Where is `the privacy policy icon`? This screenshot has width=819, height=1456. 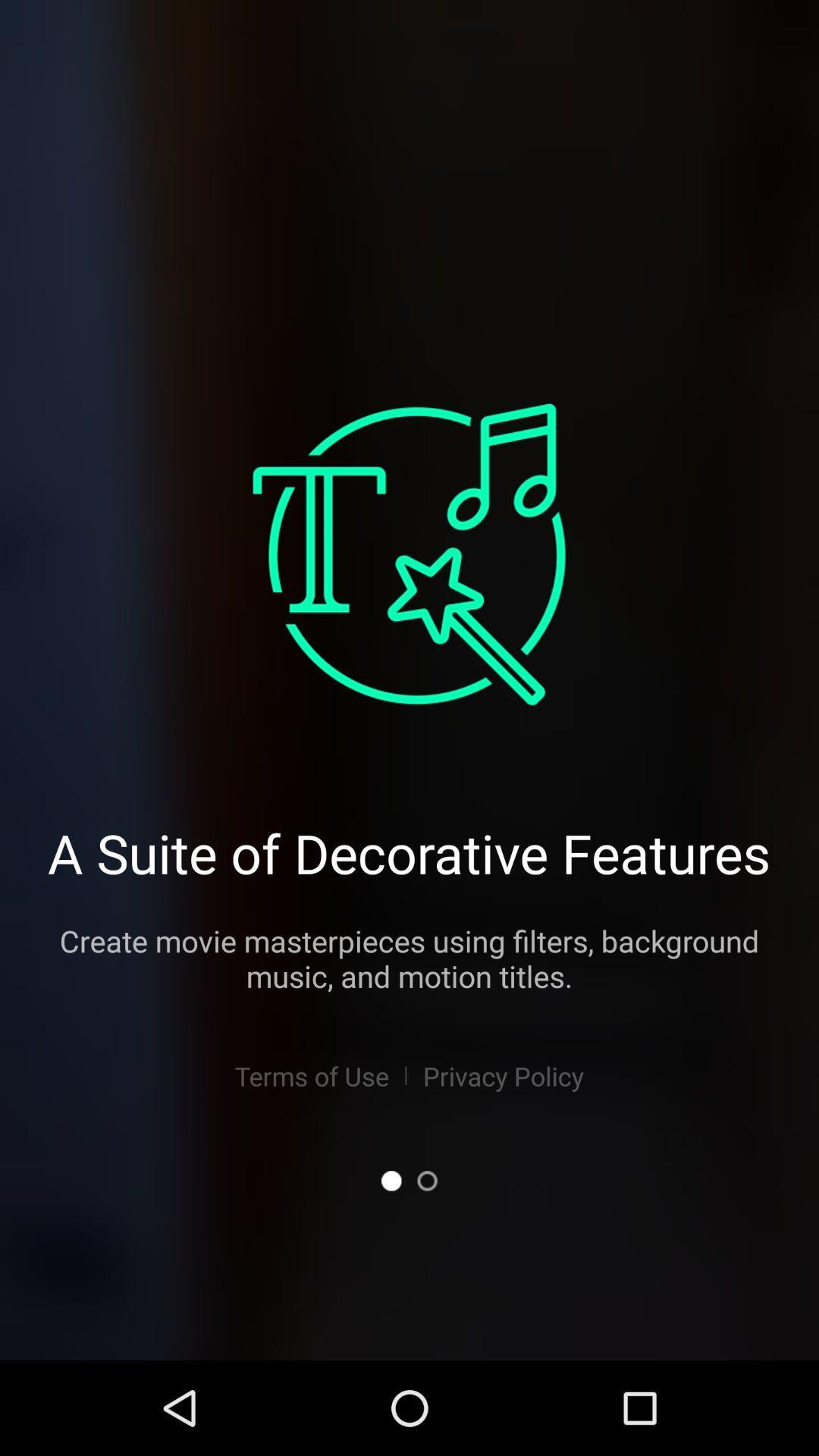
the privacy policy icon is located at coordinates (504, 1075).